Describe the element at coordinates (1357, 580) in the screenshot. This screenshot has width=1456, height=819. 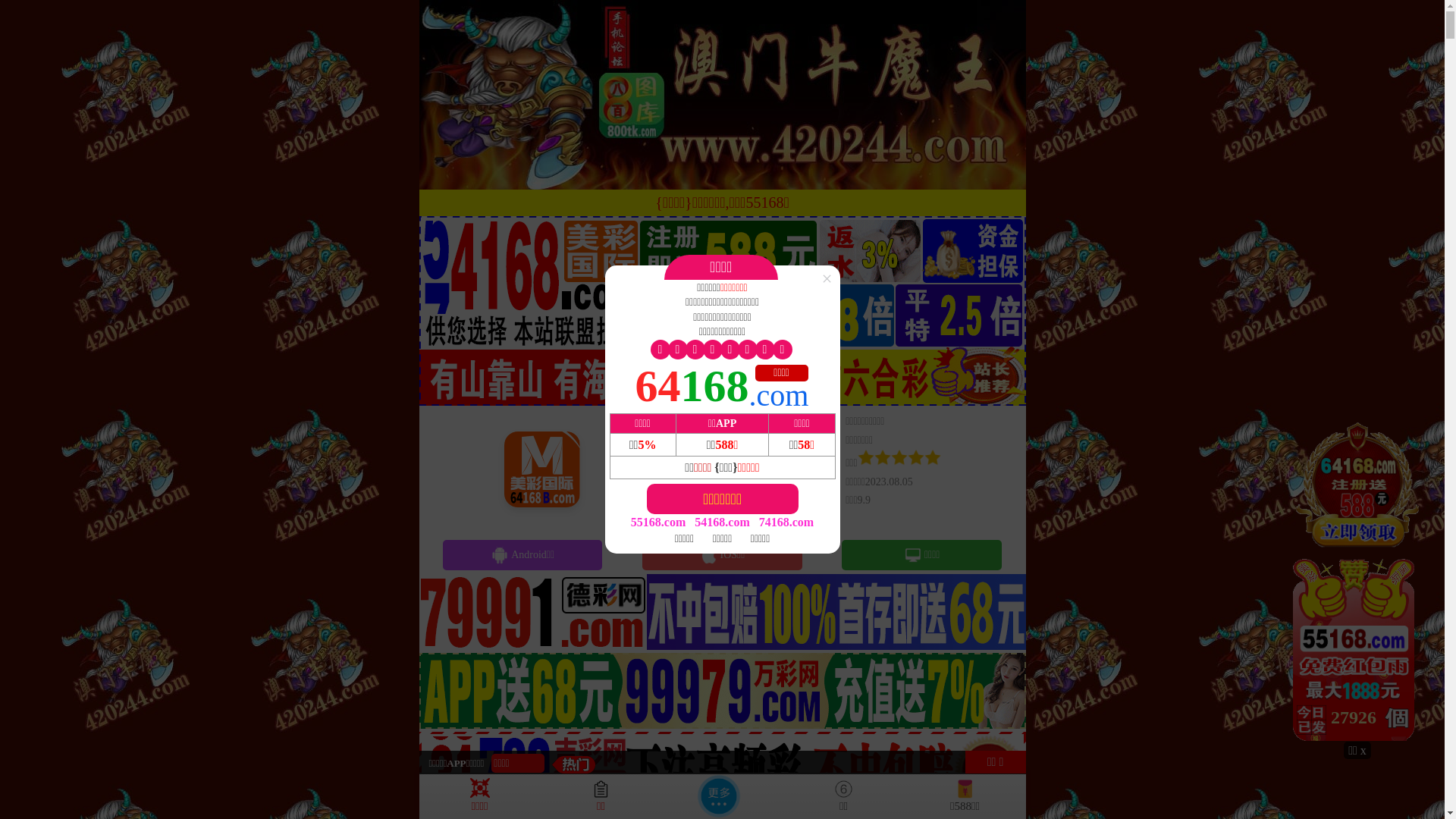
I see `'28026'` at that location.